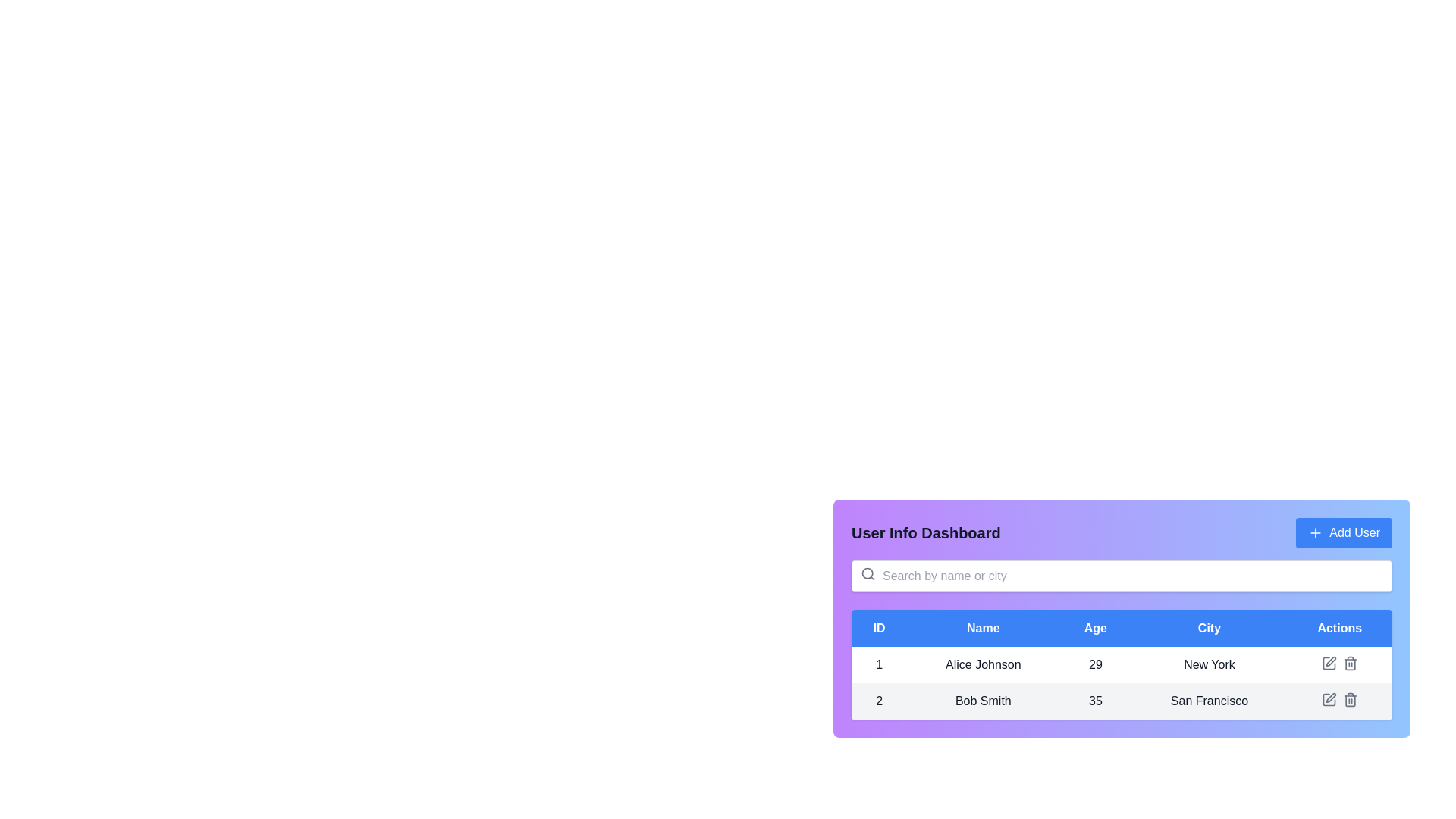 This screenshot has width=1456, height=819. Describe the element at coordinates (1095, 701) in the screenshot. I see `the text label displaying the numeric value '35' in the second row of the data table under the 'Age' header, which corresponds to the user 'Bob Smith'` at that location.